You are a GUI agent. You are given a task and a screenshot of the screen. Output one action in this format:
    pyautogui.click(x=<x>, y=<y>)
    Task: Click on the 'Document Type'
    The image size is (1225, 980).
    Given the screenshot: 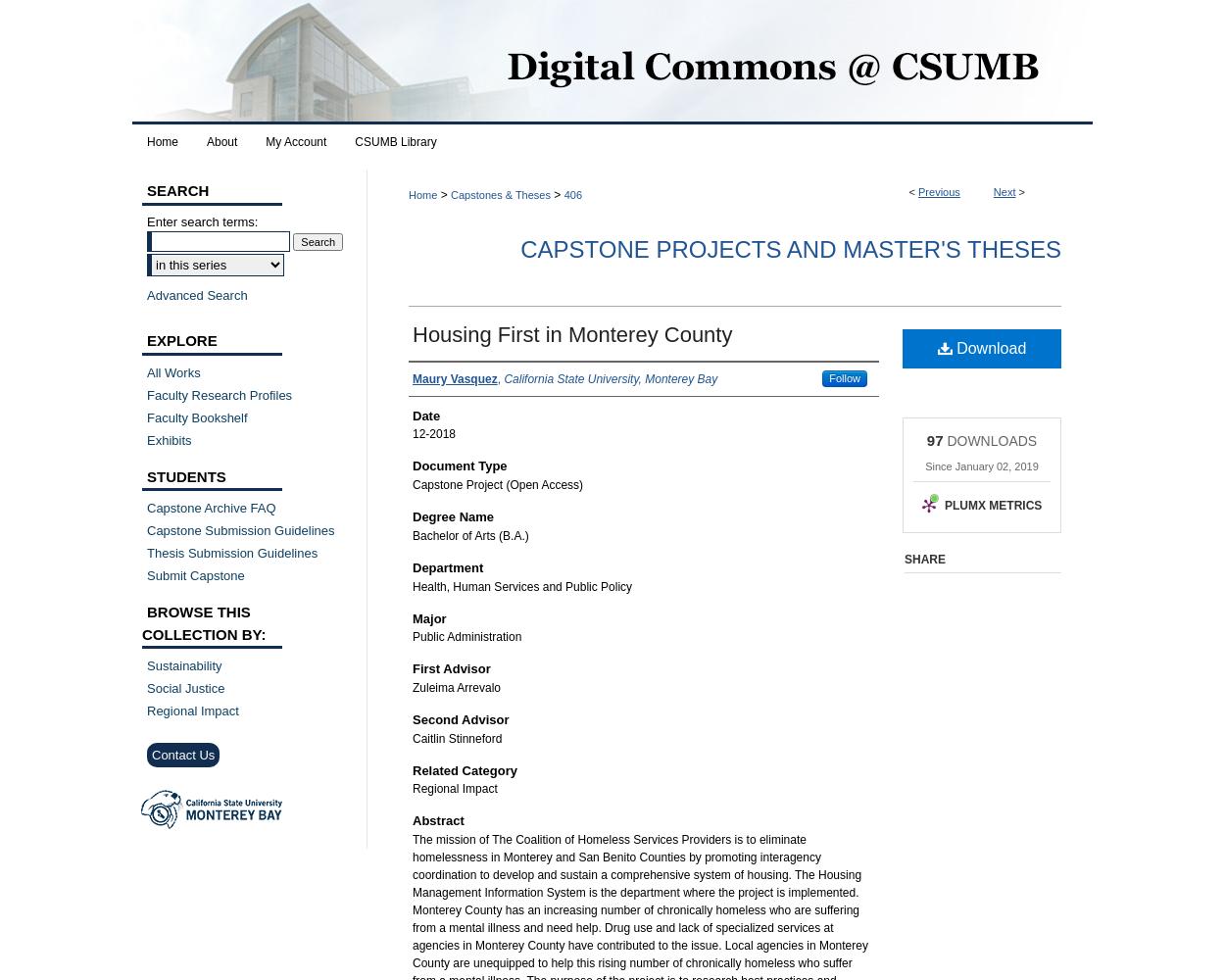 What is the action you would take?
    pyautogui.click(x=459, y=465)
    